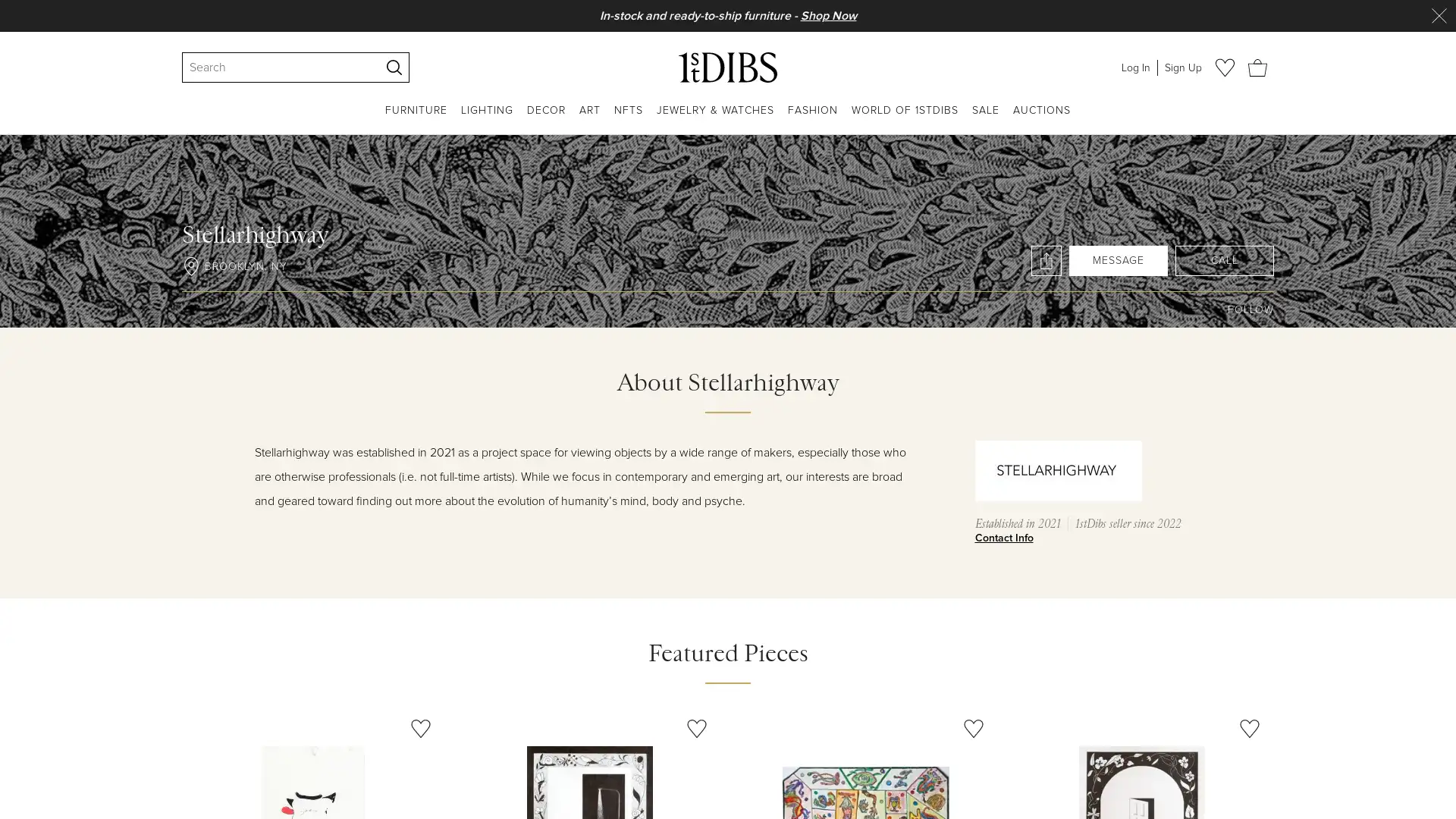 The height and width of the screenshot is (819, 1456). What do you see at coordinates (394, 66) in the screenshot?
I see `Search` at bounding box center [394, 66].